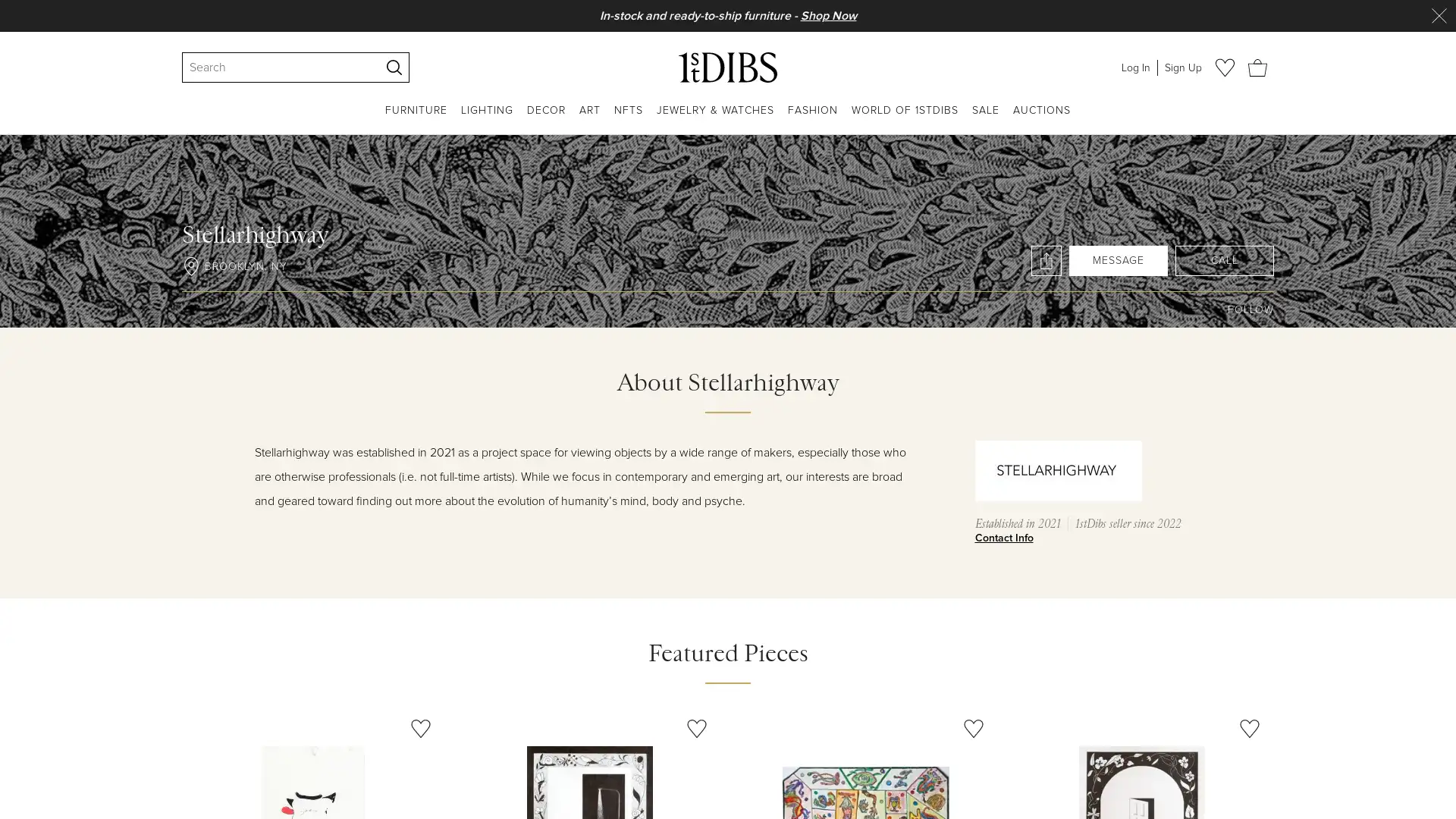 The height and width of the screenshot is (819, 1456). What do you see at coordinates (394, 66) in the screenshot?
I see `Search` at bounding box center [394, 66].